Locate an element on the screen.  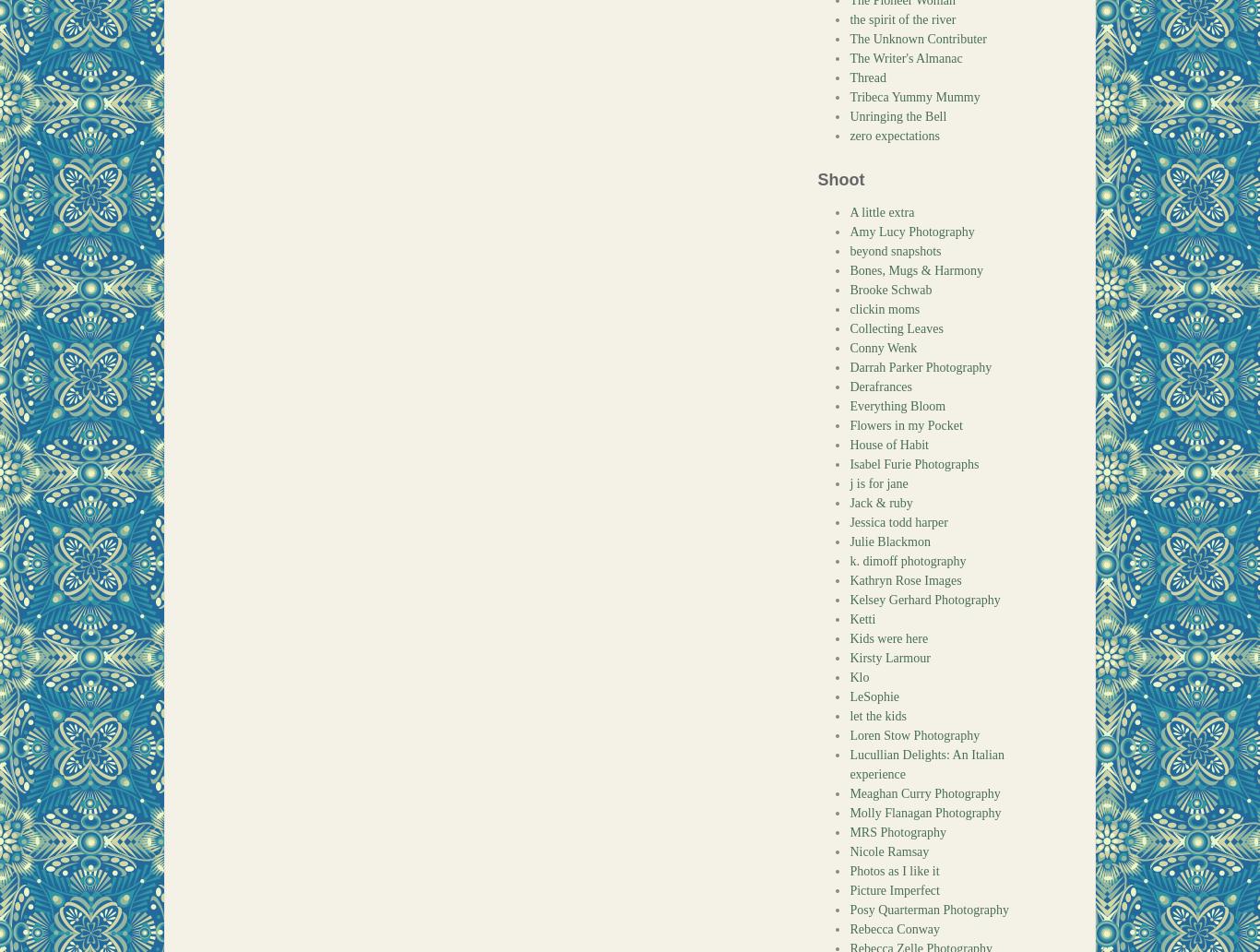
'House of Habit' is located at coordinates (888, 444).